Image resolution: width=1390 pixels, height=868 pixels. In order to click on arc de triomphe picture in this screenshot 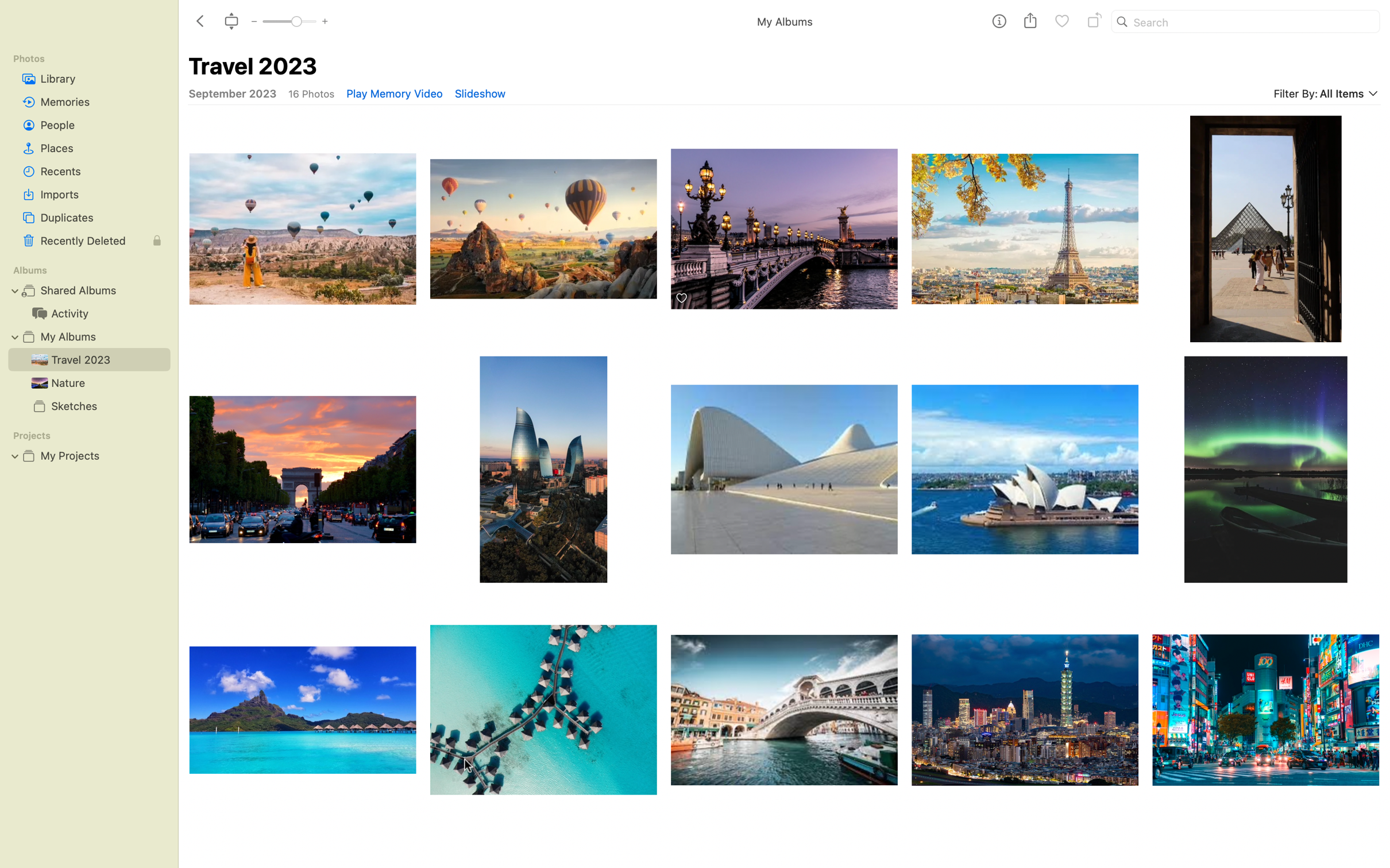, I will do `click(300, 470)`.